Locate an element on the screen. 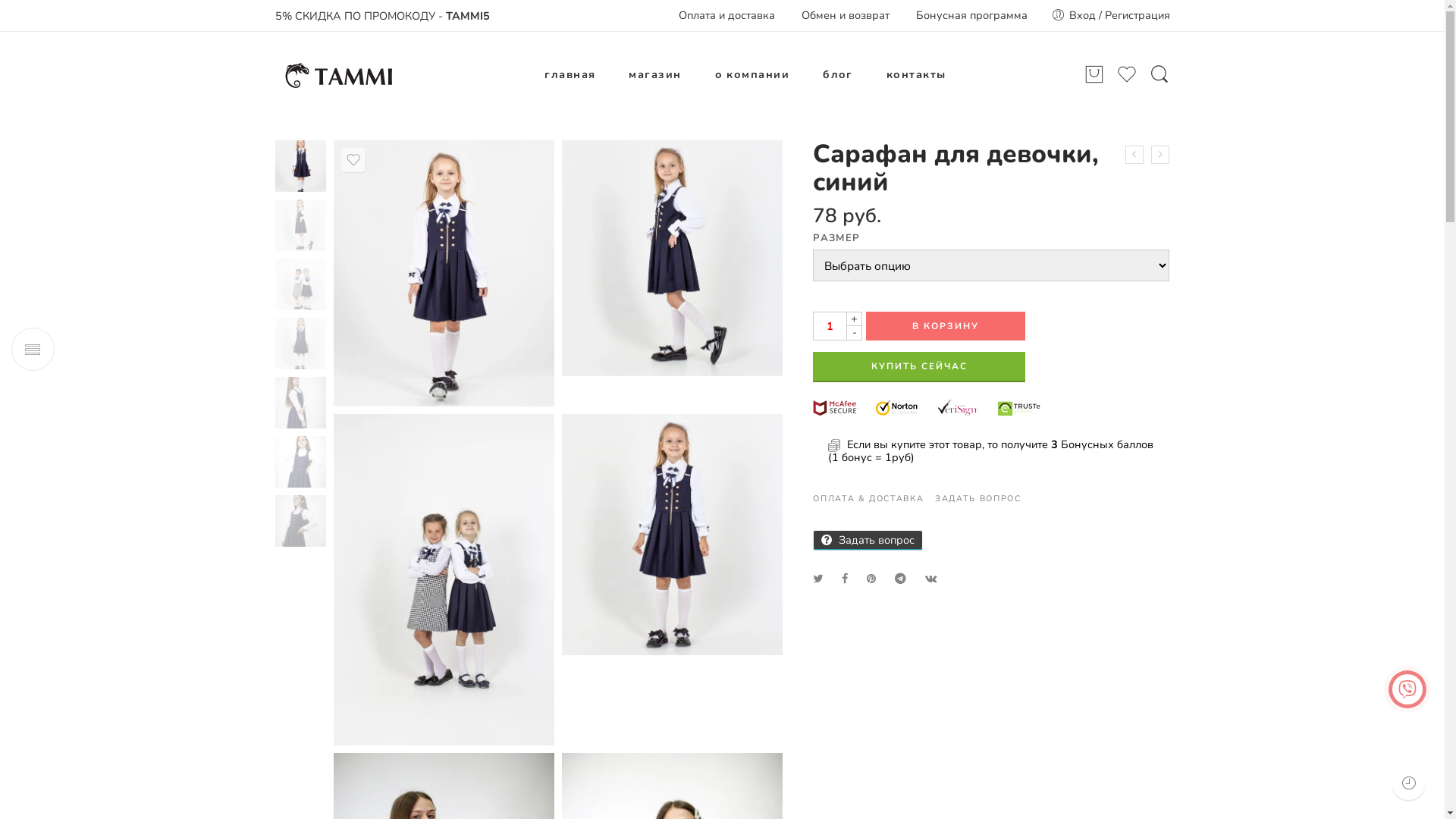 The width and height of the screenshot is (1456, 819). '+' is located at coordinates (854, 318).